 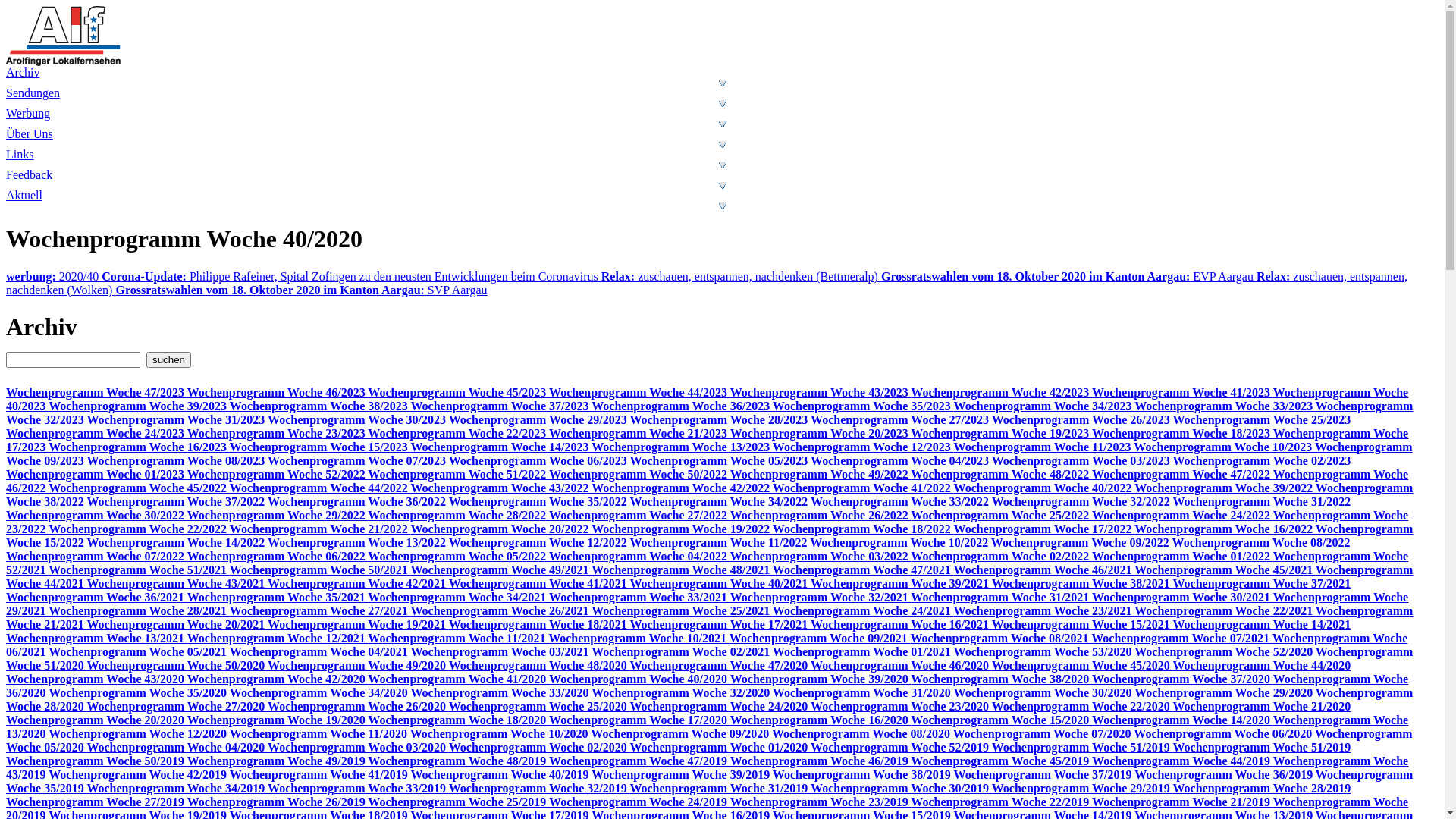 I want to click on 'Wochenprogramm Woche 36/2022', so click(x=357, y=501).